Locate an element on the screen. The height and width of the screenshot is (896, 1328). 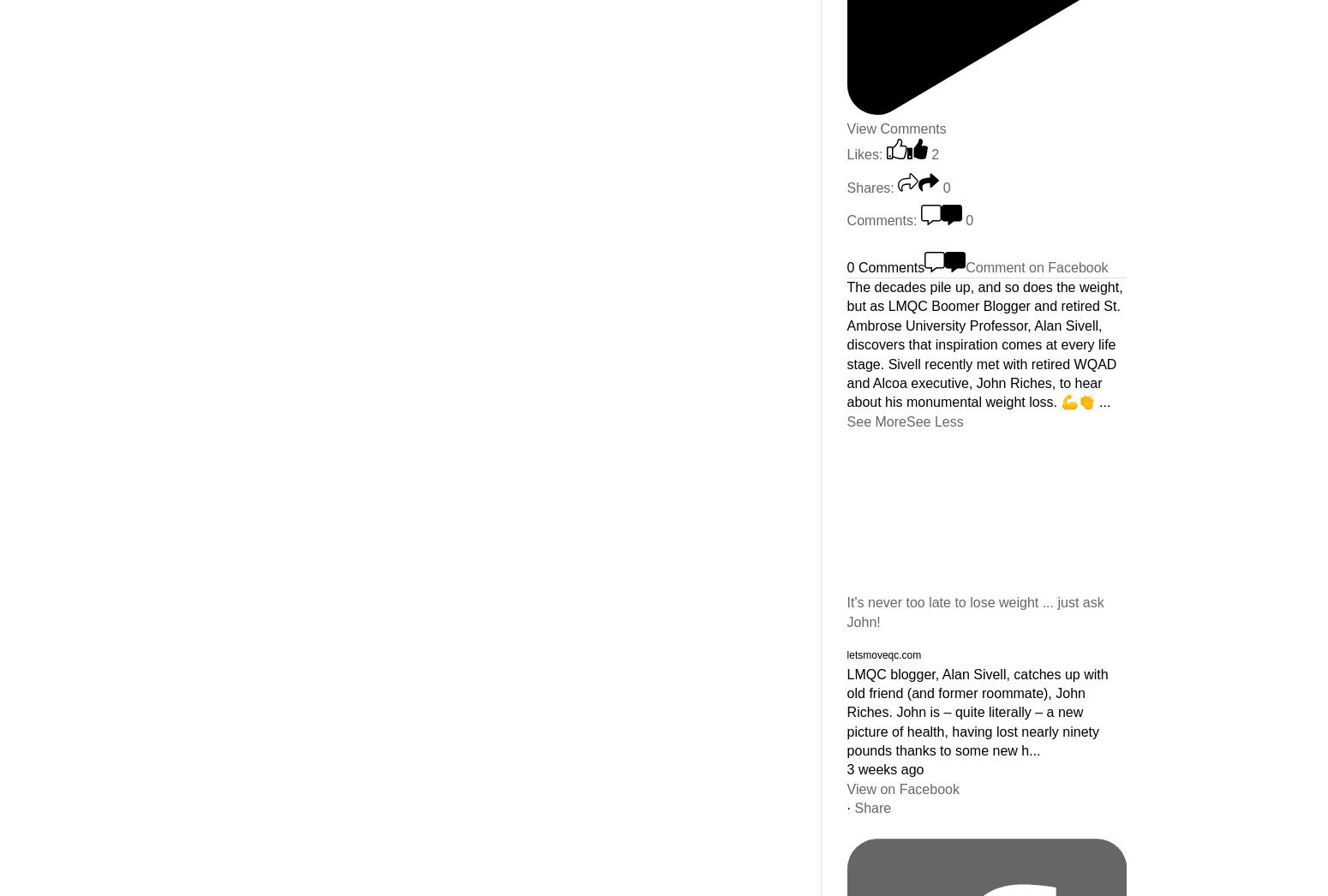
'View on Facebook' is located at coordinates (845, 788).